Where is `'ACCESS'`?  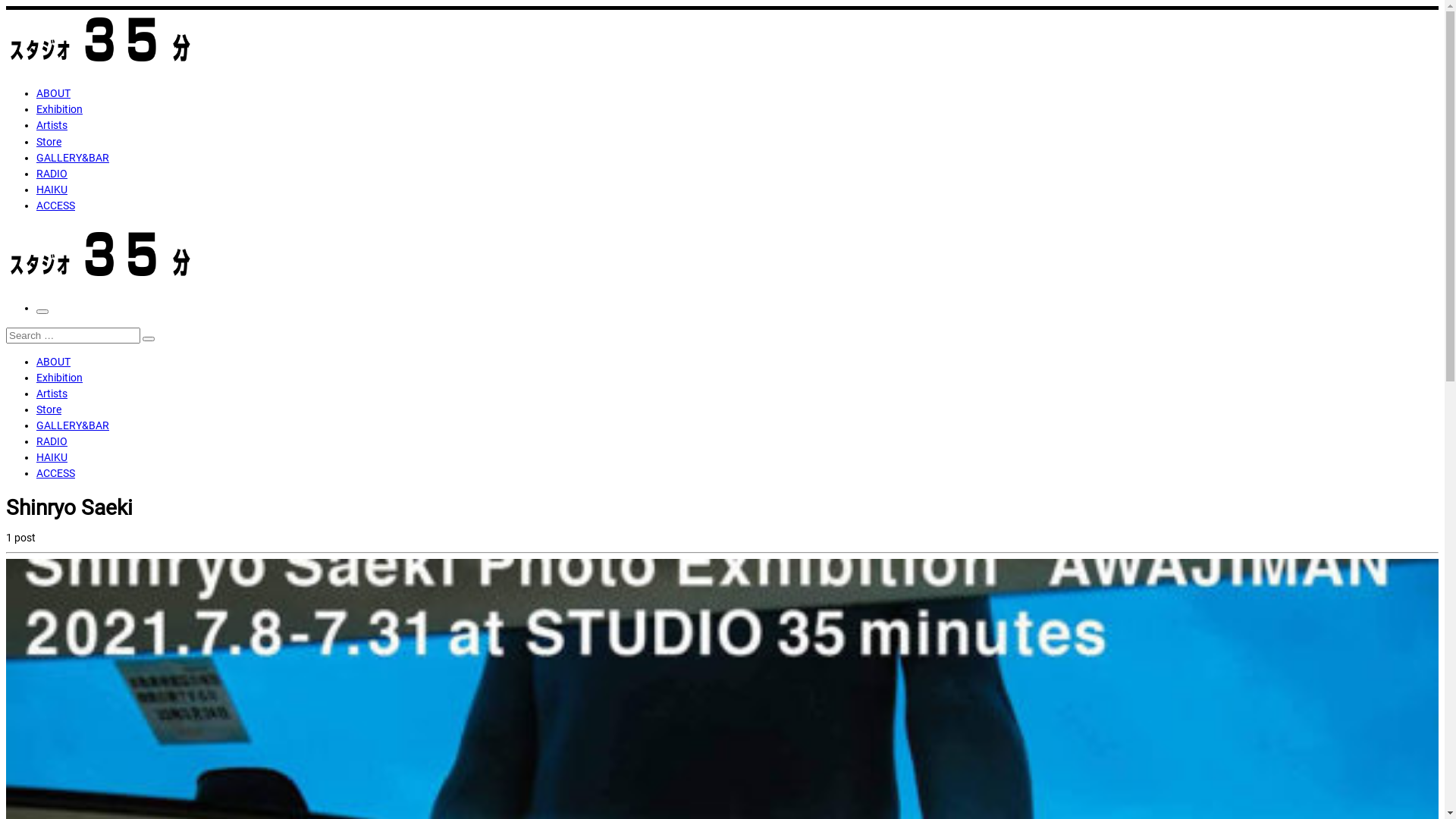
'ACCESS' is located at coordinates (36, 205).